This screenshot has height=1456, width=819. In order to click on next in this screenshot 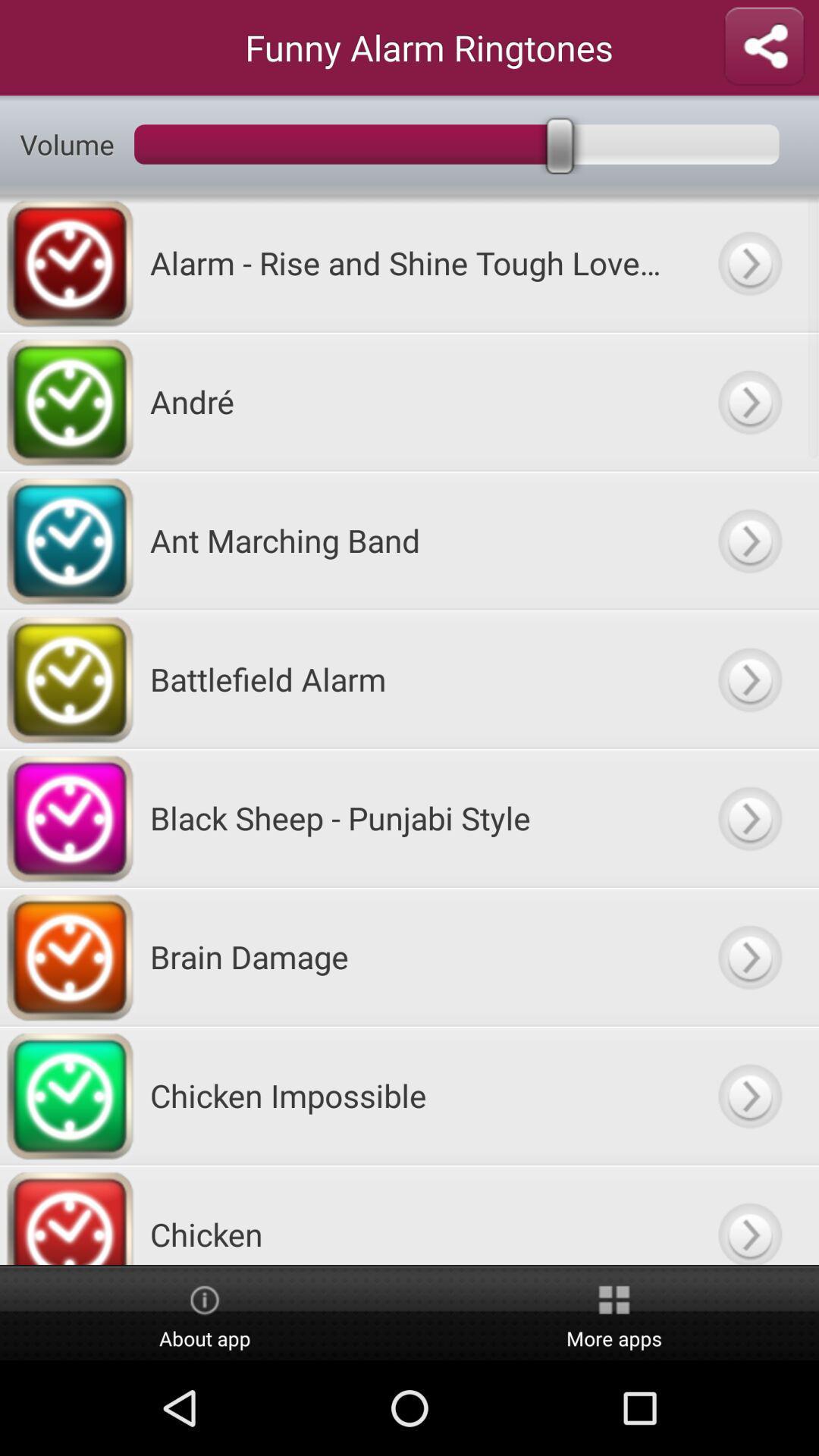, I will do `click(748, 678)`.